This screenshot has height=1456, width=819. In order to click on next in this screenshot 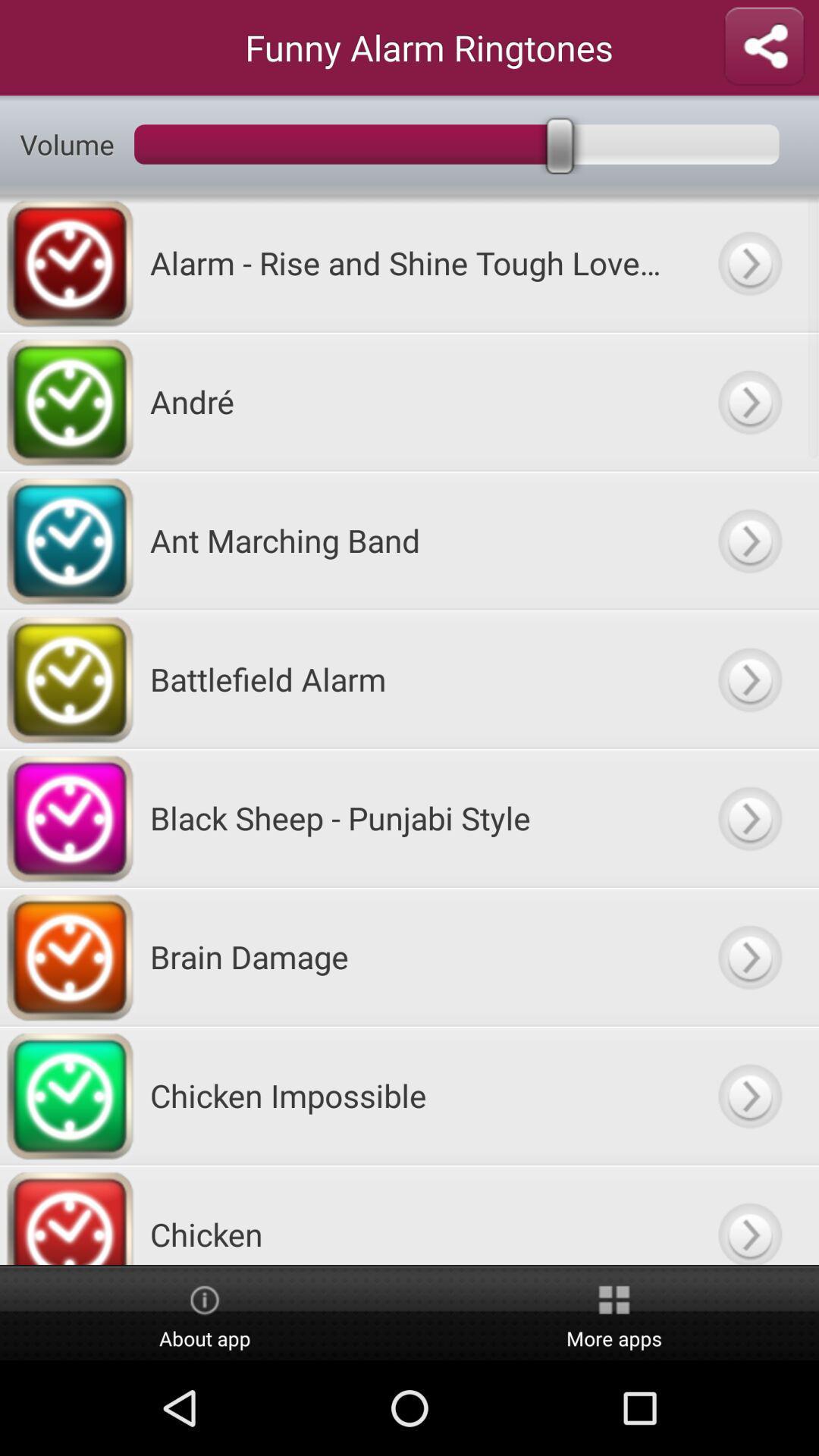, I will do `click(748, 678)`.